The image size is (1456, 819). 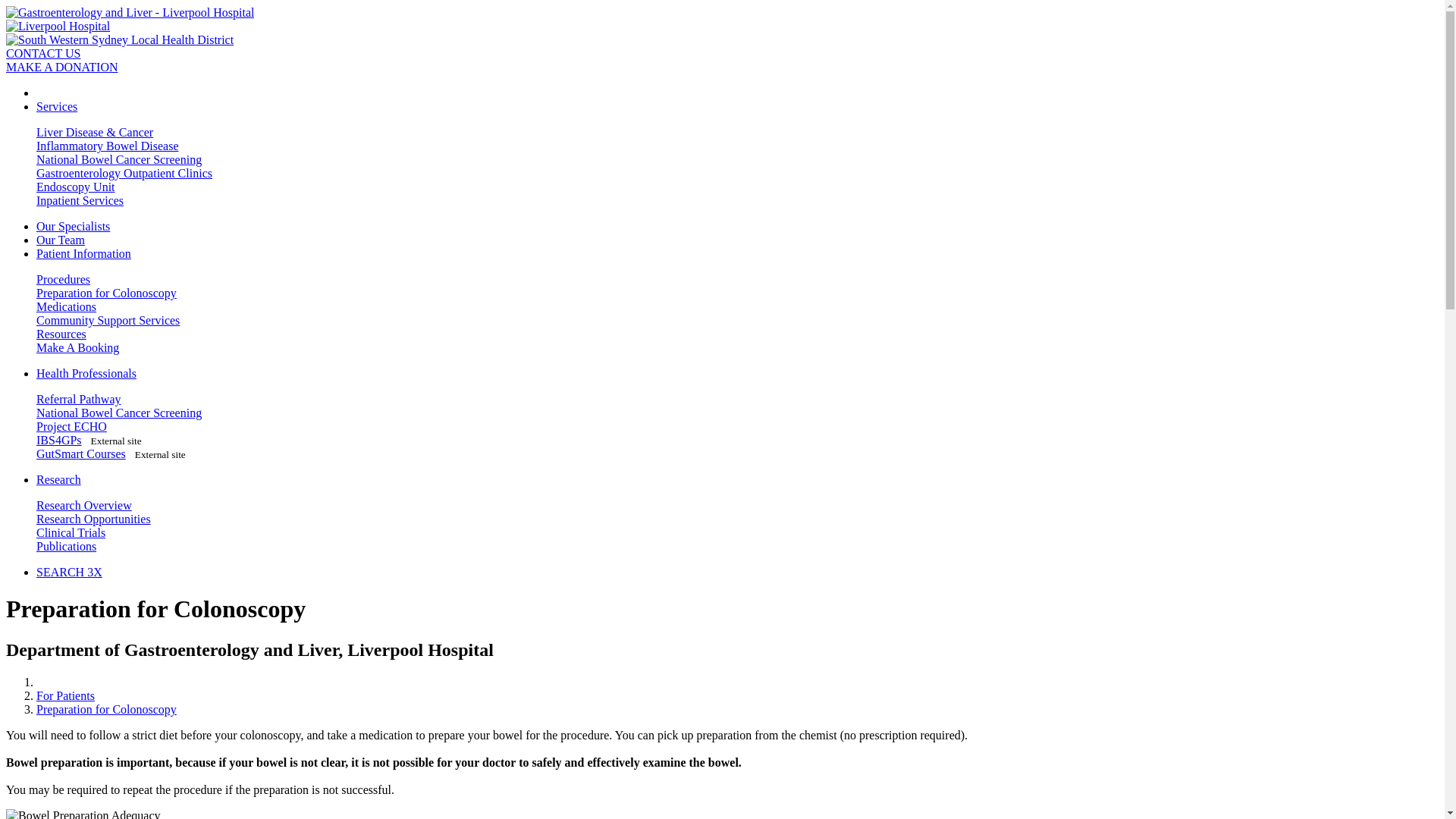 I want to click on 'Community Support Services', so click(x=107, y=319).